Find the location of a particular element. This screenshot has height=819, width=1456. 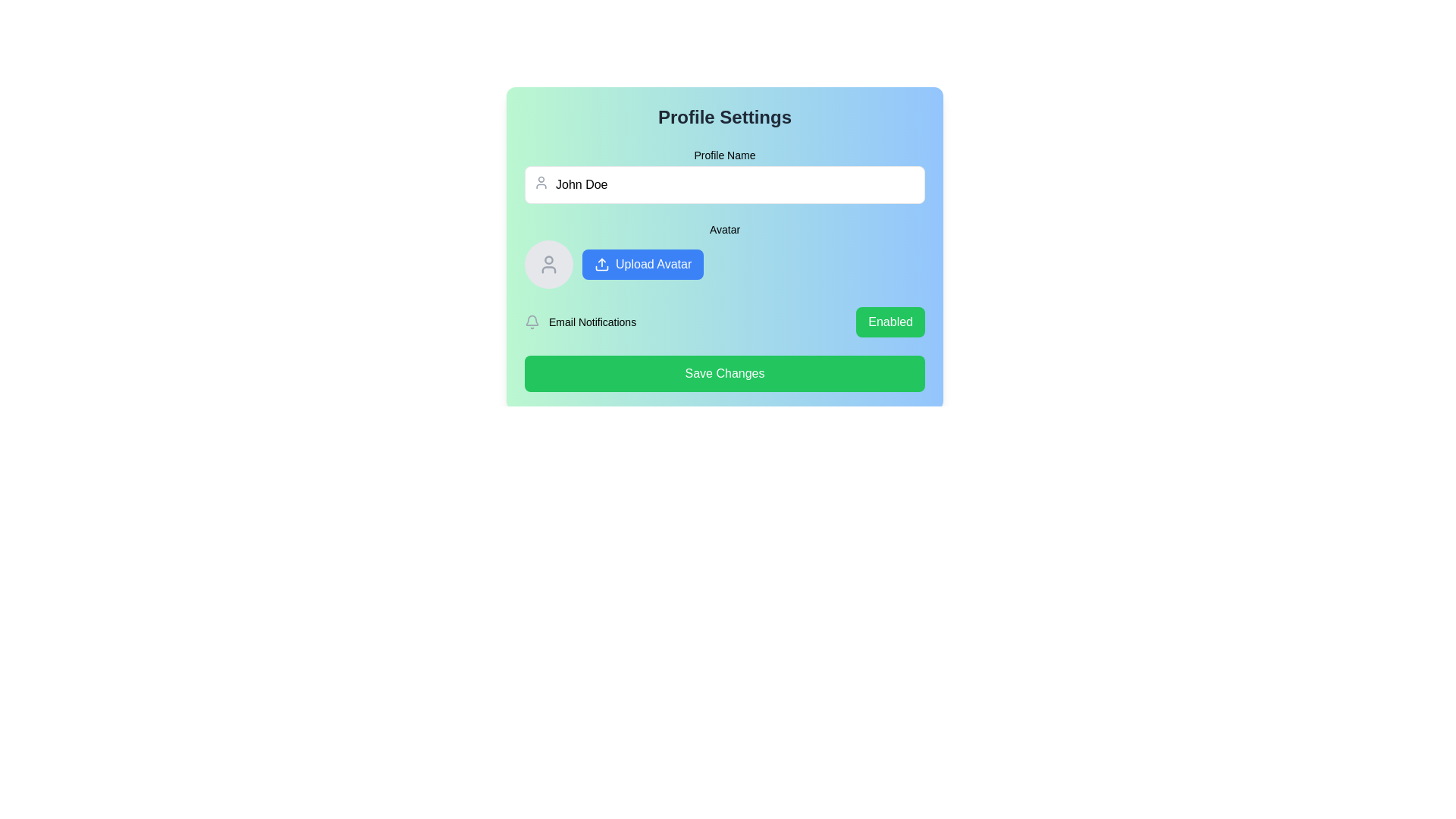

the toggle button for email notifications to change its state from 'Enabled' to 'Disabled' or vice versa is located at coordinates (890, 321).